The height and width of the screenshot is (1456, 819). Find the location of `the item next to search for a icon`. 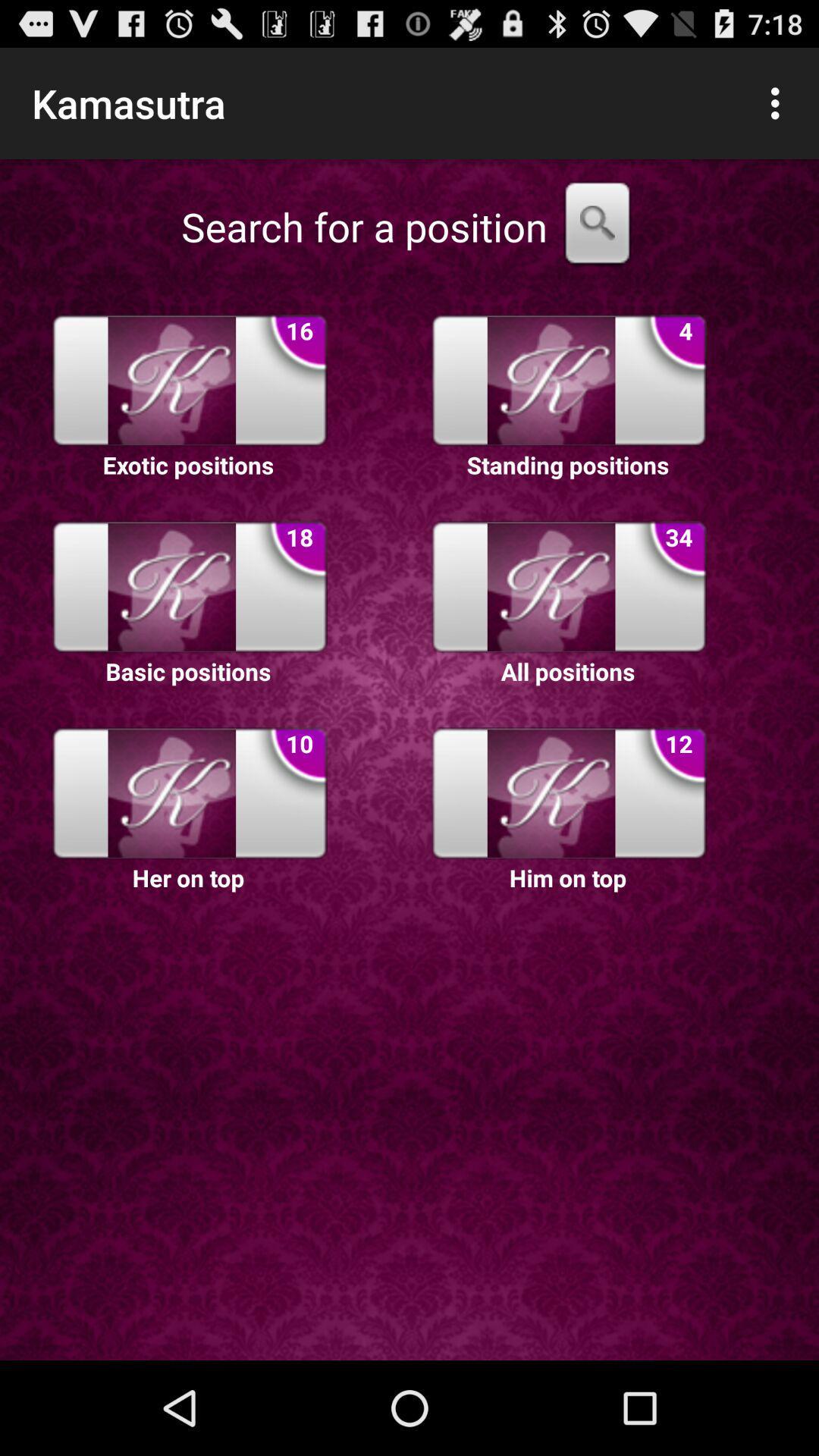

the item next to search for a icon is located at coordinates (596, 226).